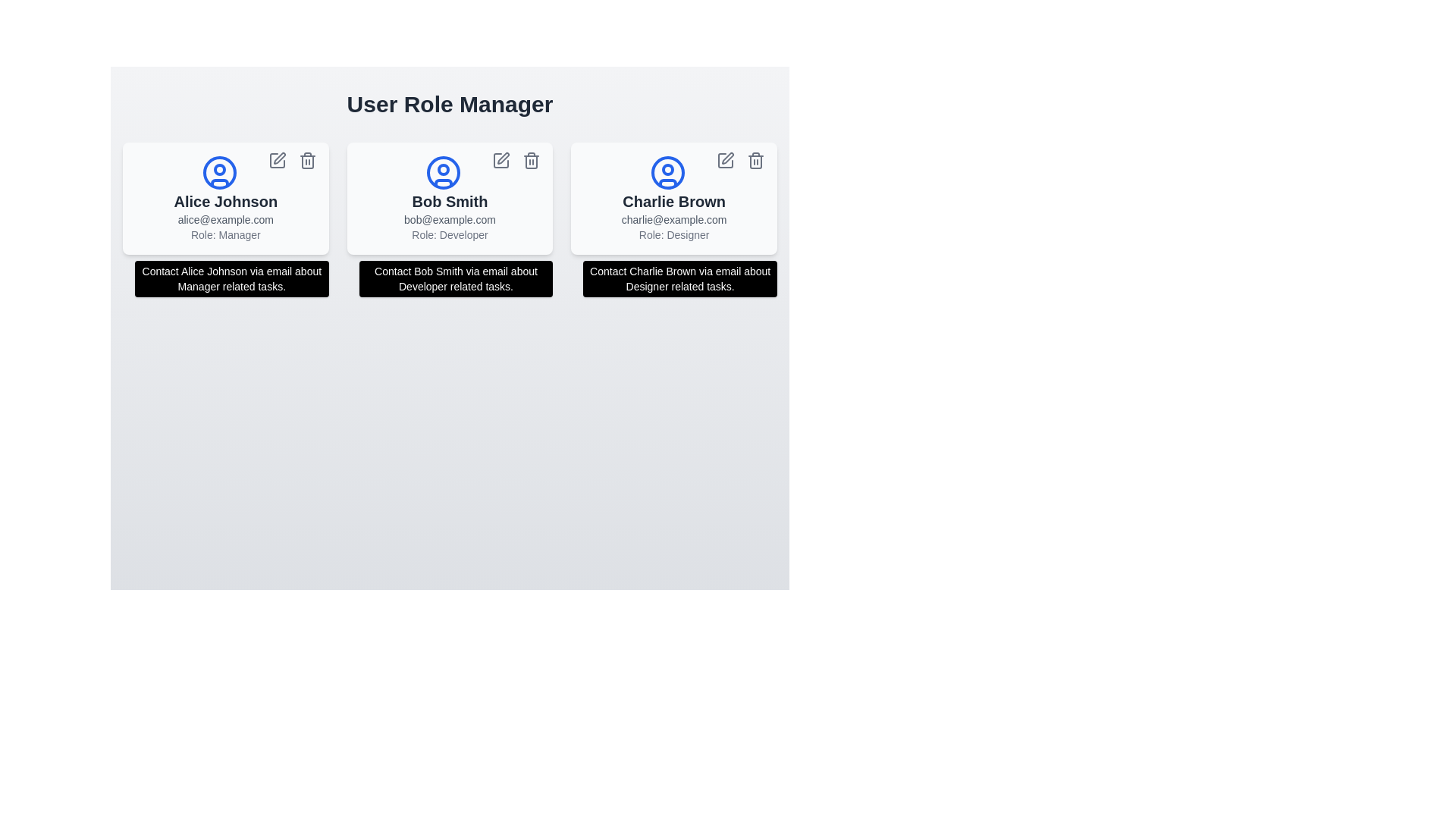 This screenshot has width=1456, height=819. What do you see at coordinates (306, 161) in the screenshot?
I see `the trash icon in the top-right corner of the 'Alice Johnson' card` at bounding box center [306, 161].